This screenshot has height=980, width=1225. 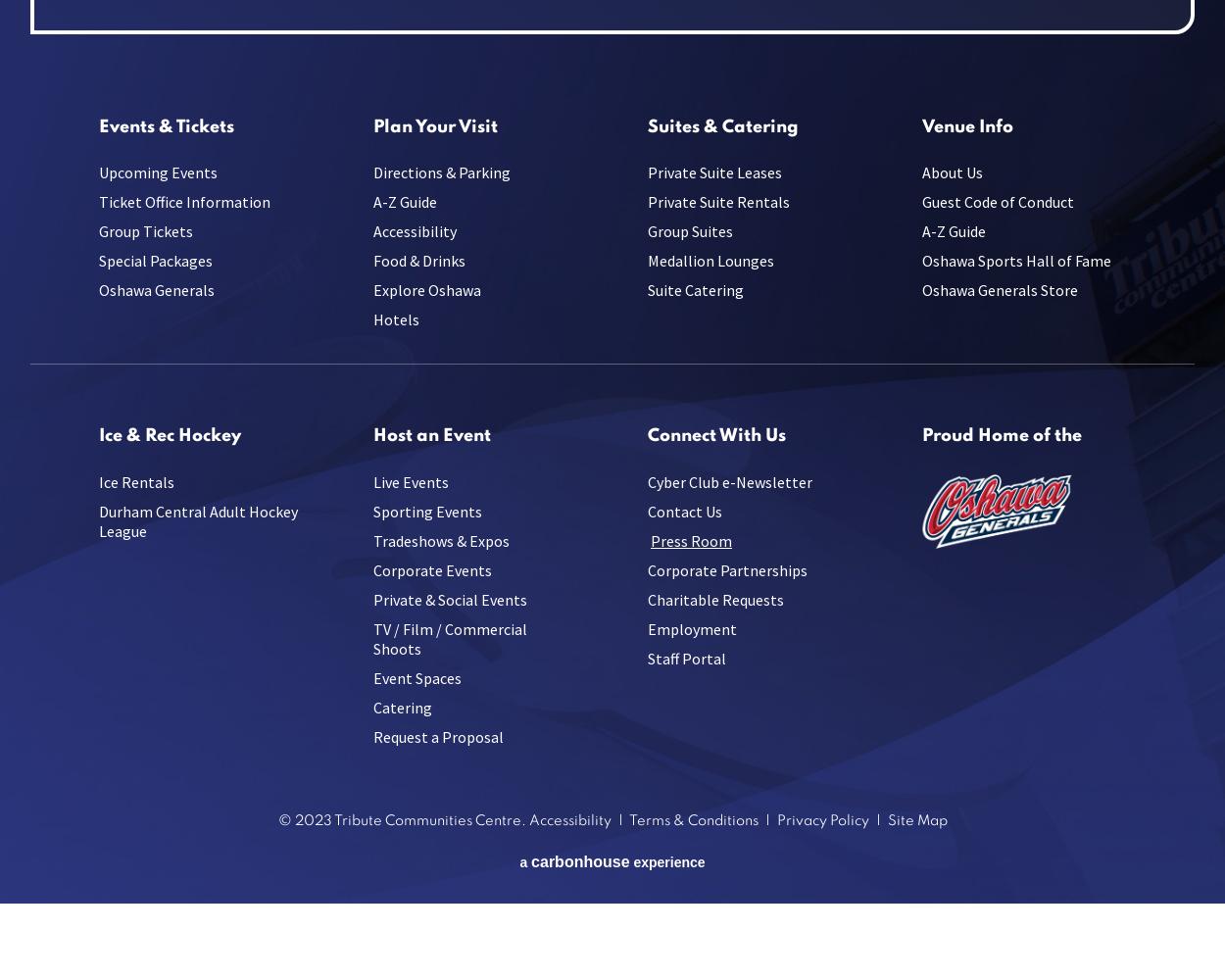 I want to click on 'Tradeshows & Expos', so click(x=440, y=540).